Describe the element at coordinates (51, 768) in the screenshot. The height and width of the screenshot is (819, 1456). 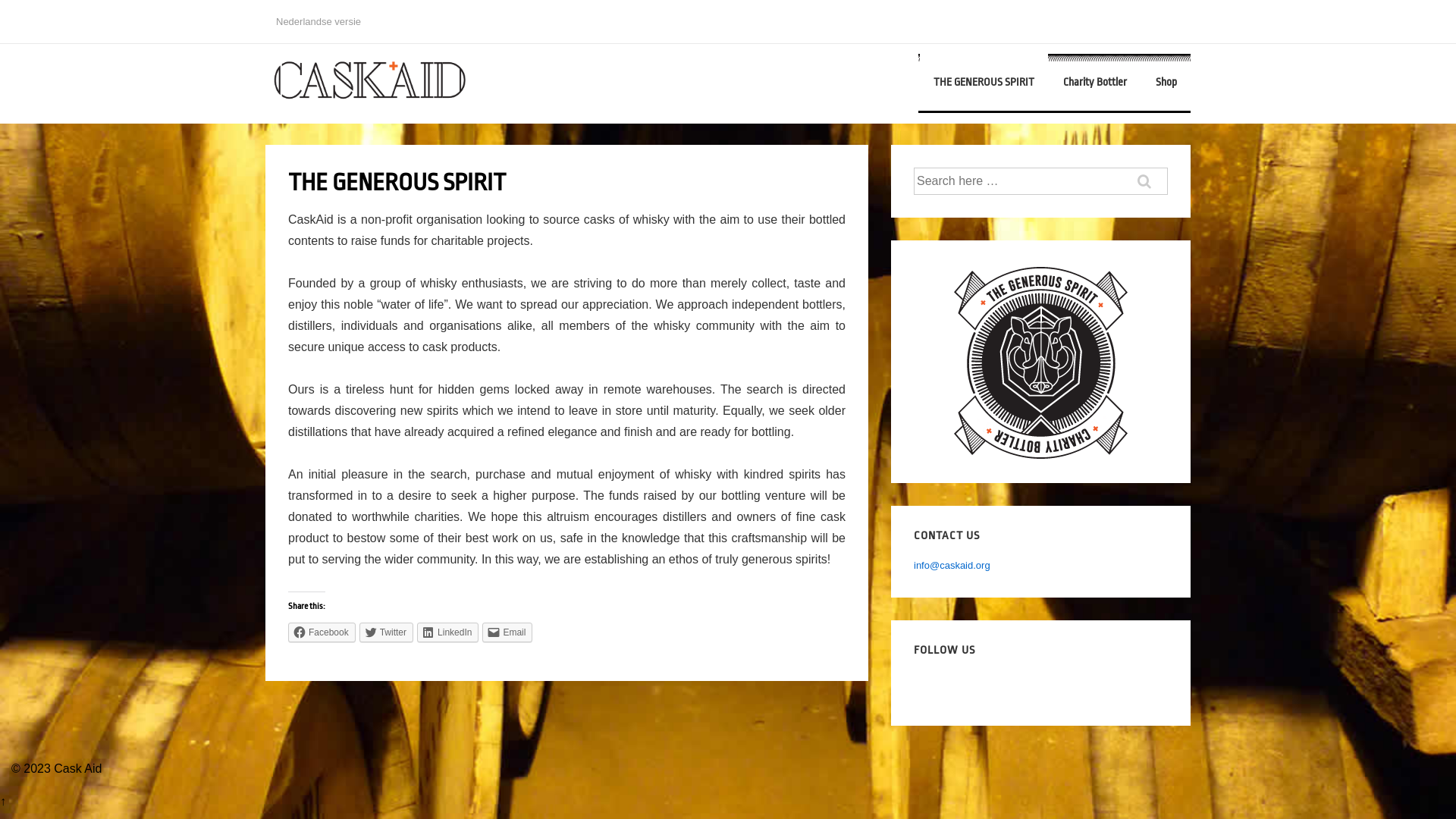
I see `'Cask Aid'` at that location.